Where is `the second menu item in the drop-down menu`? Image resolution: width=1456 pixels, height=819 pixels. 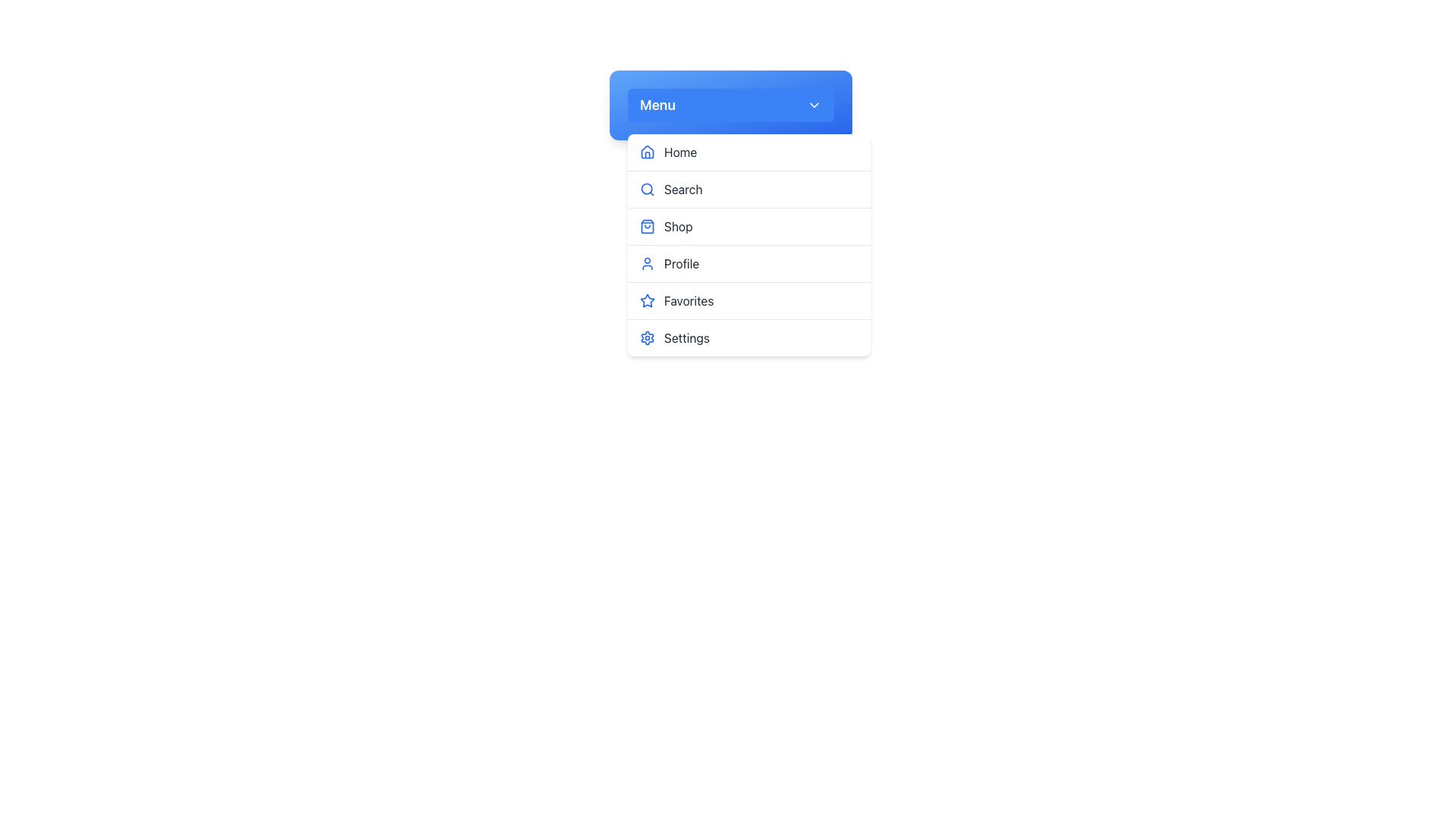 the second menu item in the drop-down menu is located at coordinates (749, 189).